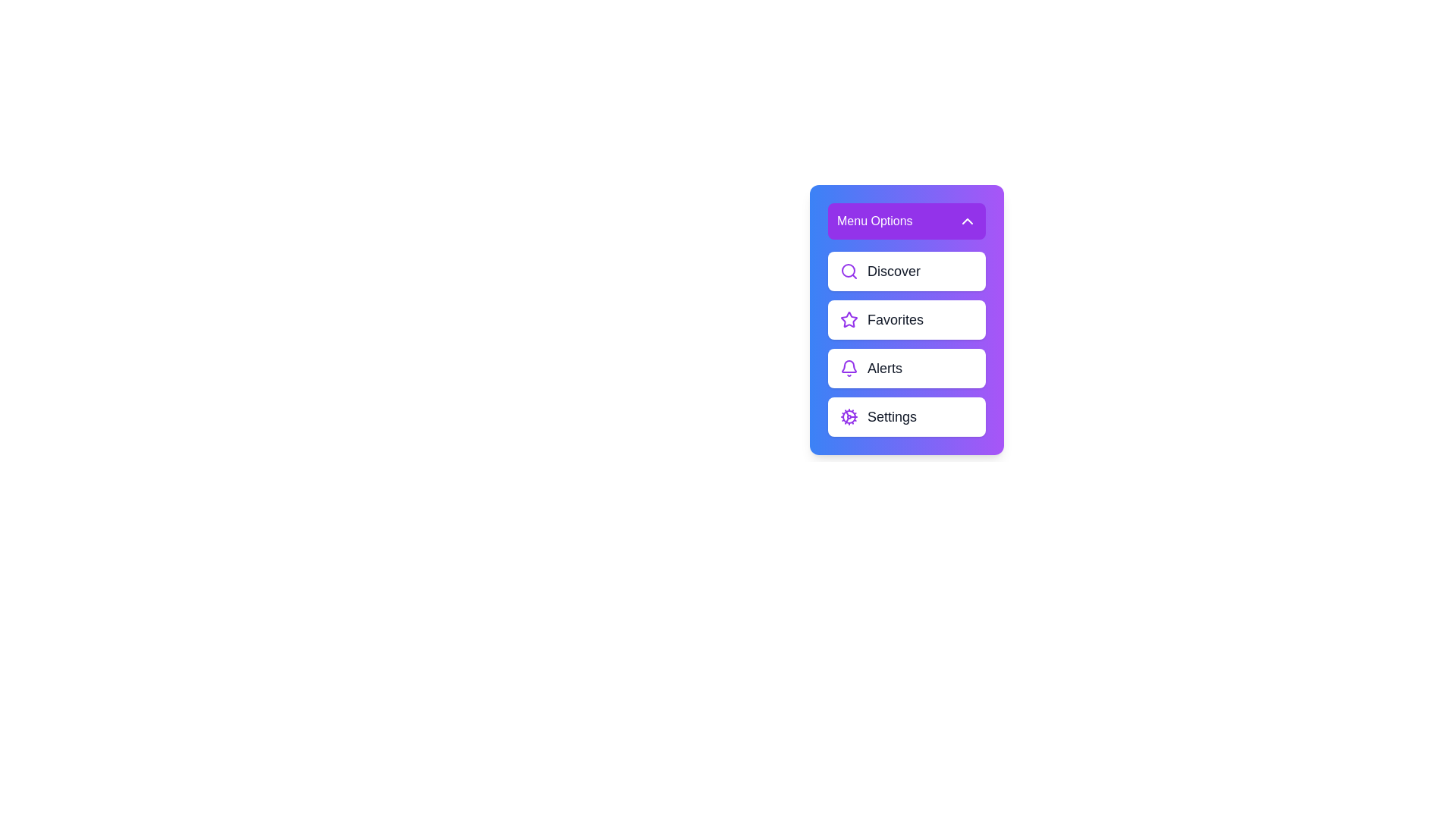 Image resolution: width=1456 pixels, height=819 pixels. I want to click on the magnifying glass icon representing the search functionality in the 'Discover' menu item, located near the top left corner, so click(847, 270).